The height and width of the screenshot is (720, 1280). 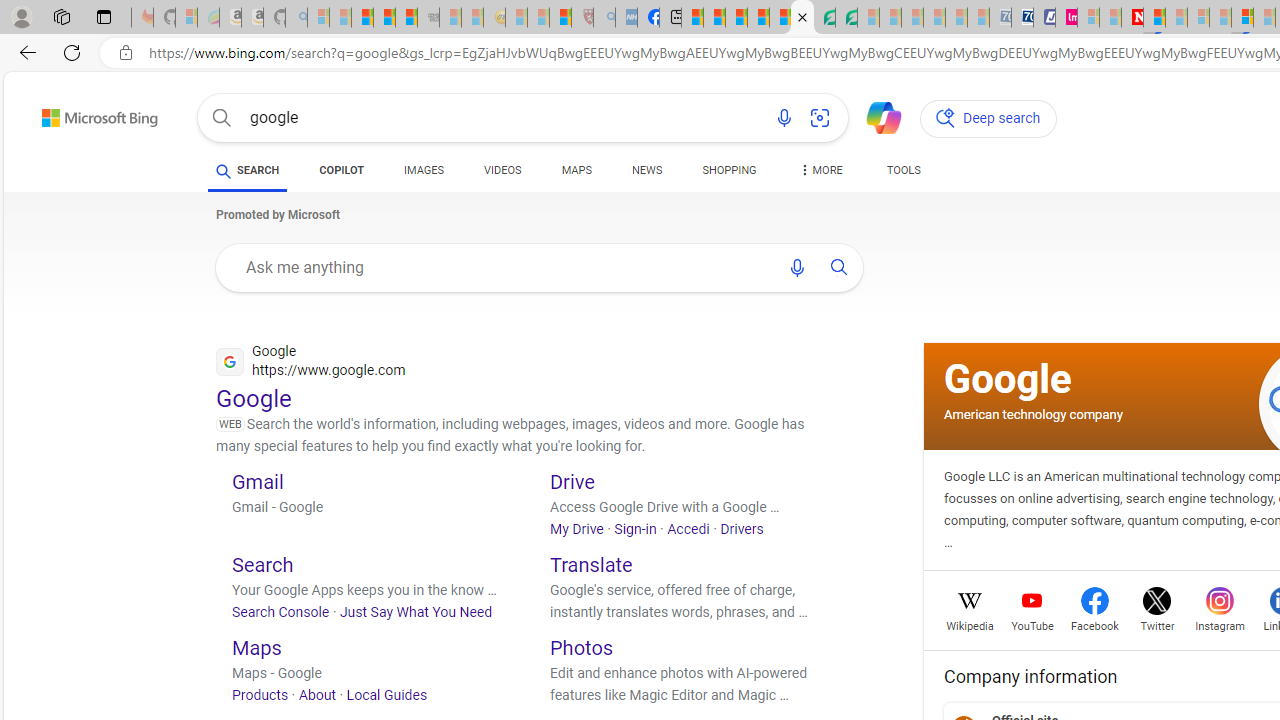 What do you see at coordinates (728, 170) in the screenshot?
I see `'SHOPPING'` at bounding box center [728, 170].